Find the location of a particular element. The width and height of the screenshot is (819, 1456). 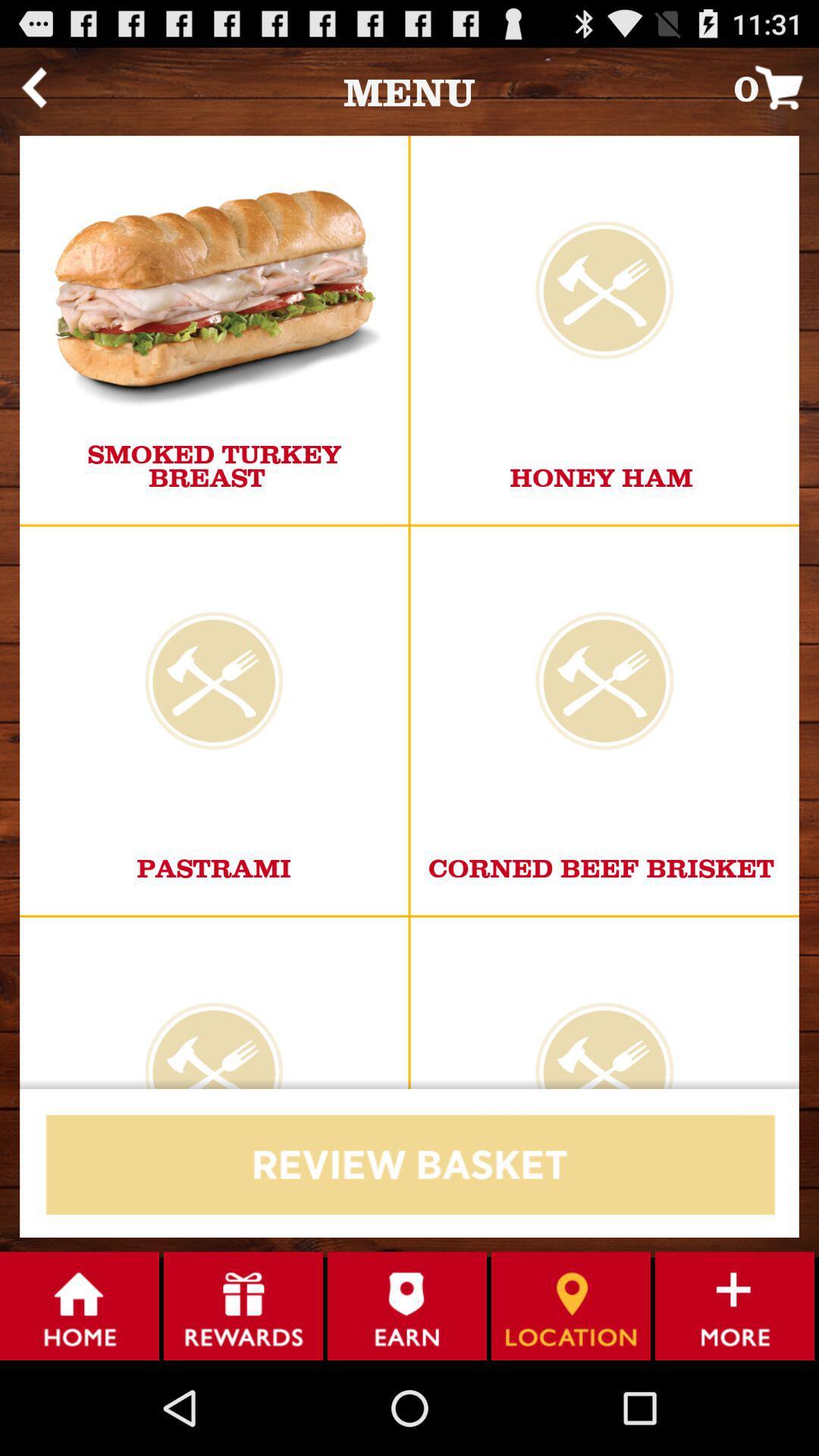

0 is located at coordinates (776, 86).